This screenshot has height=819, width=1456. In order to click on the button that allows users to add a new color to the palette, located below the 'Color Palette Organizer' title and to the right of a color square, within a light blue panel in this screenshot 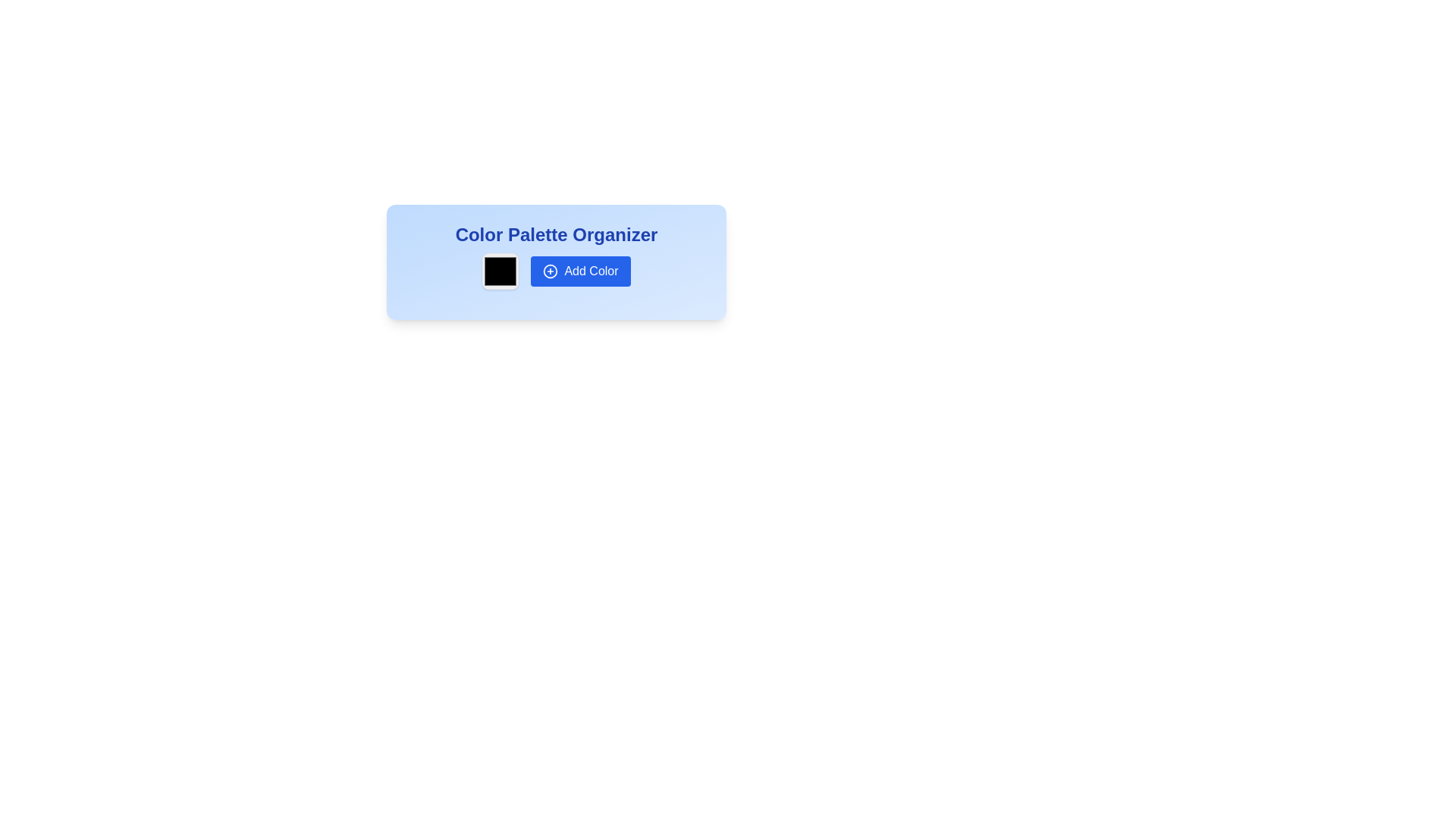, I will do `click(556, 262)`.